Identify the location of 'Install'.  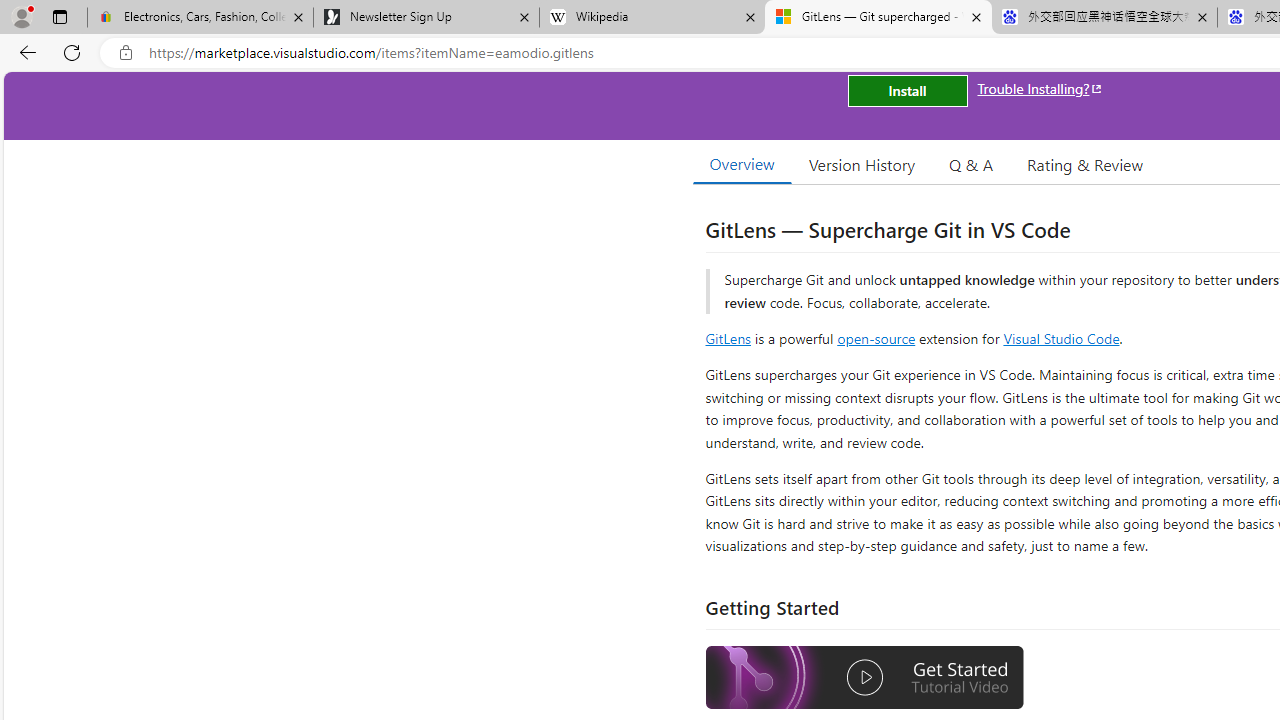
(906, 91).